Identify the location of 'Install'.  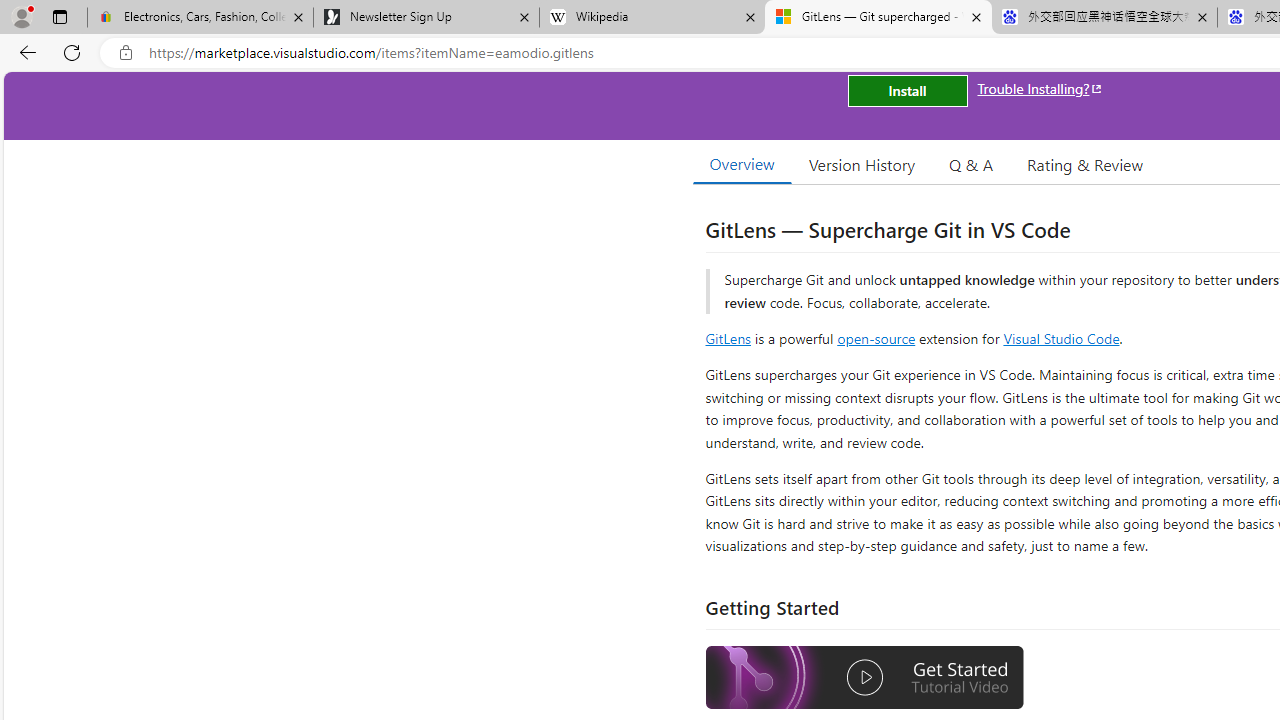
(906, 91).